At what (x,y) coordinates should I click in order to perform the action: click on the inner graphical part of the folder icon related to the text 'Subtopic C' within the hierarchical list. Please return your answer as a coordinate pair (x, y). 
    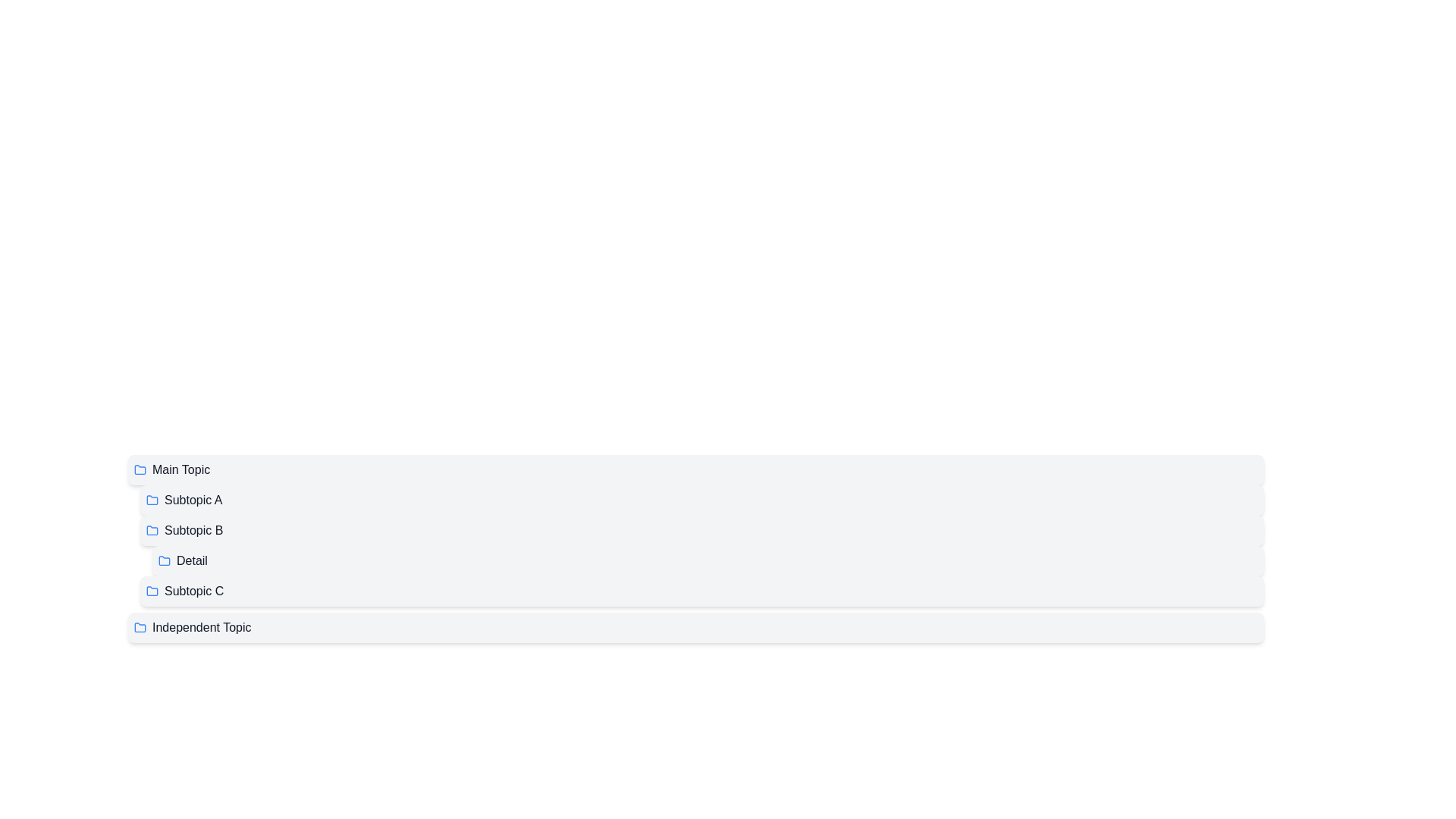
    Looking at the image, I should click on (152, 590).